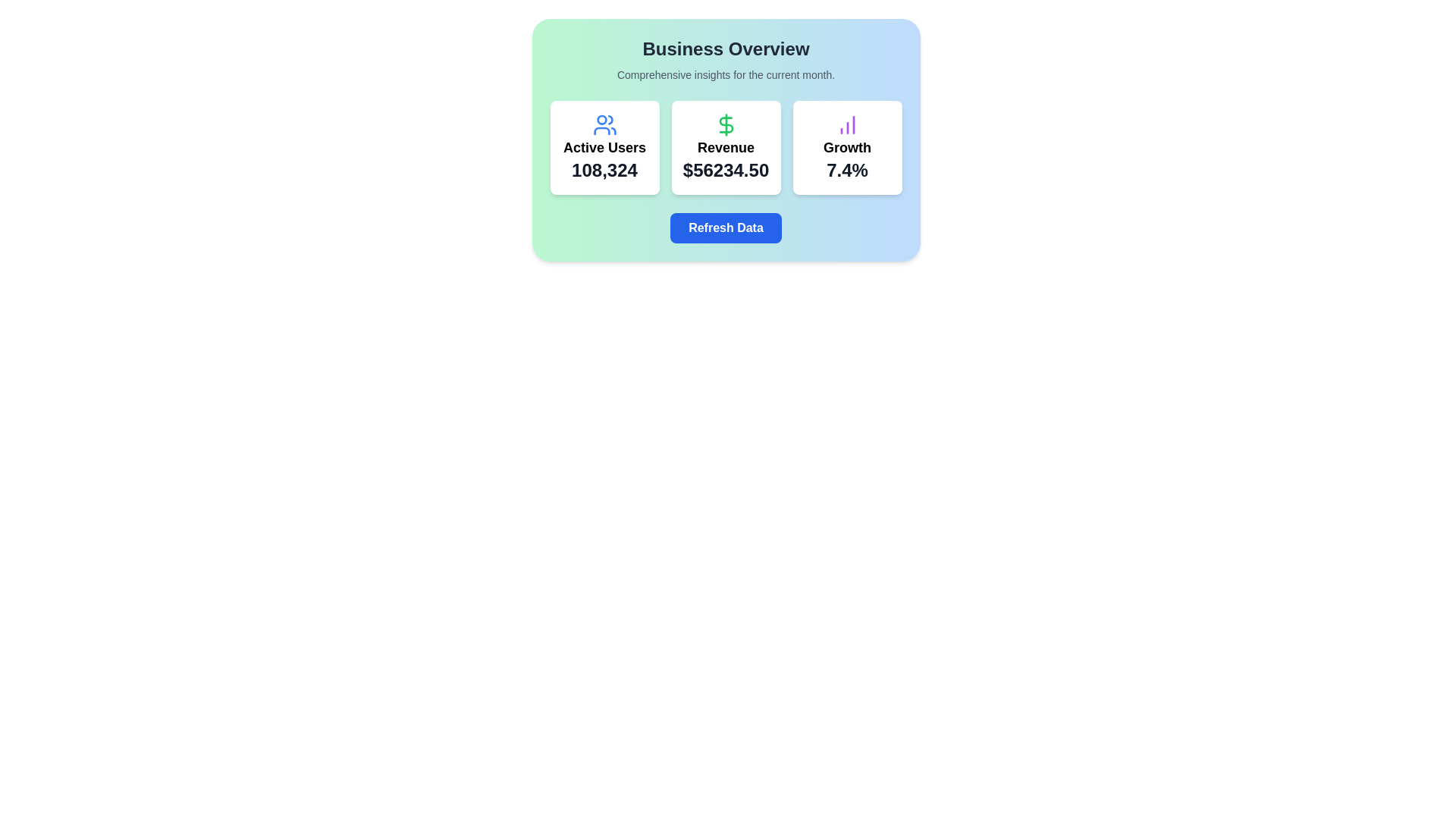  Describe the element at coordinates (601, 119) in the screenshot. I see `the circular vector graphic element representing user count in the top left segment of the statistics dashboard` at that location.